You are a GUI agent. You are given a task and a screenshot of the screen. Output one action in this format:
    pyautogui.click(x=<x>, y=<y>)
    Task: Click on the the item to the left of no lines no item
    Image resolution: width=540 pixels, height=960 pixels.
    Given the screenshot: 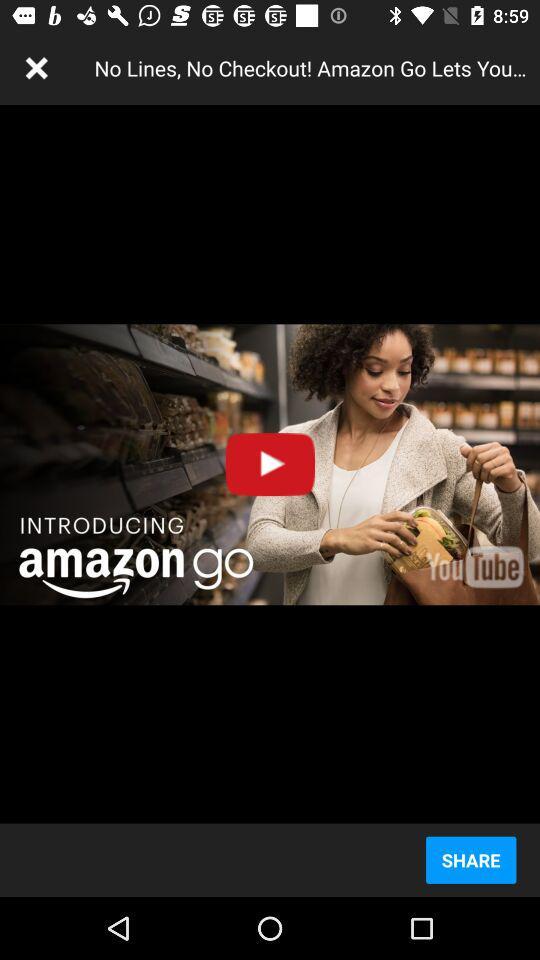 What is the action you would take?
    pyautogui.click(x=36, y=68)
    